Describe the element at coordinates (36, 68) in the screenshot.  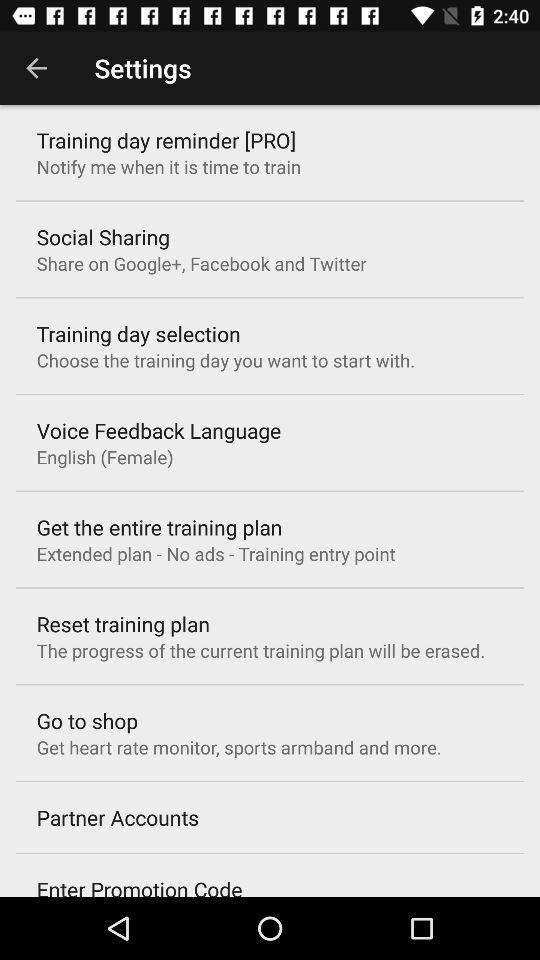
I see `the app to the left of settings` at that location.